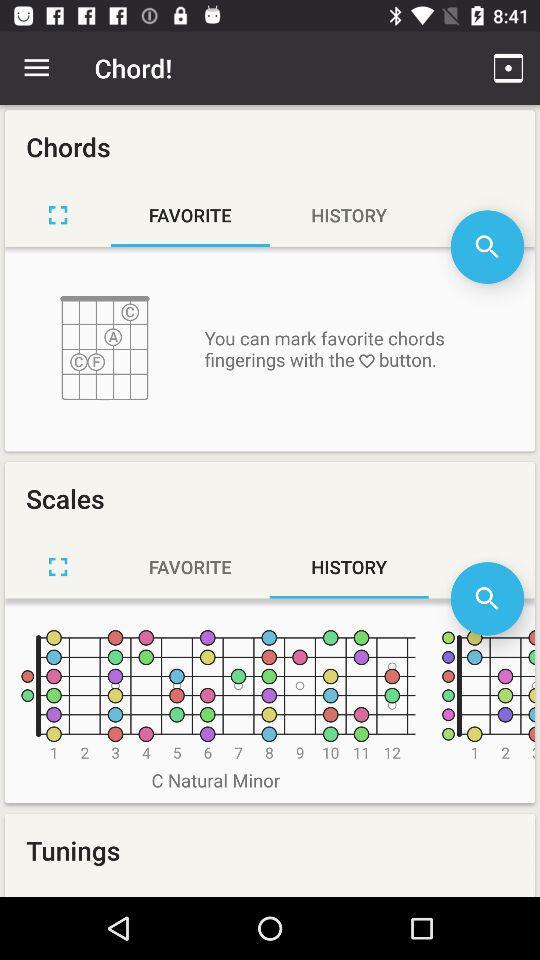 The width and height of the screenshot is (540, 960). Describe the element at coordinates (58, 215) in the screenshot. I see `maximize page` at that location.